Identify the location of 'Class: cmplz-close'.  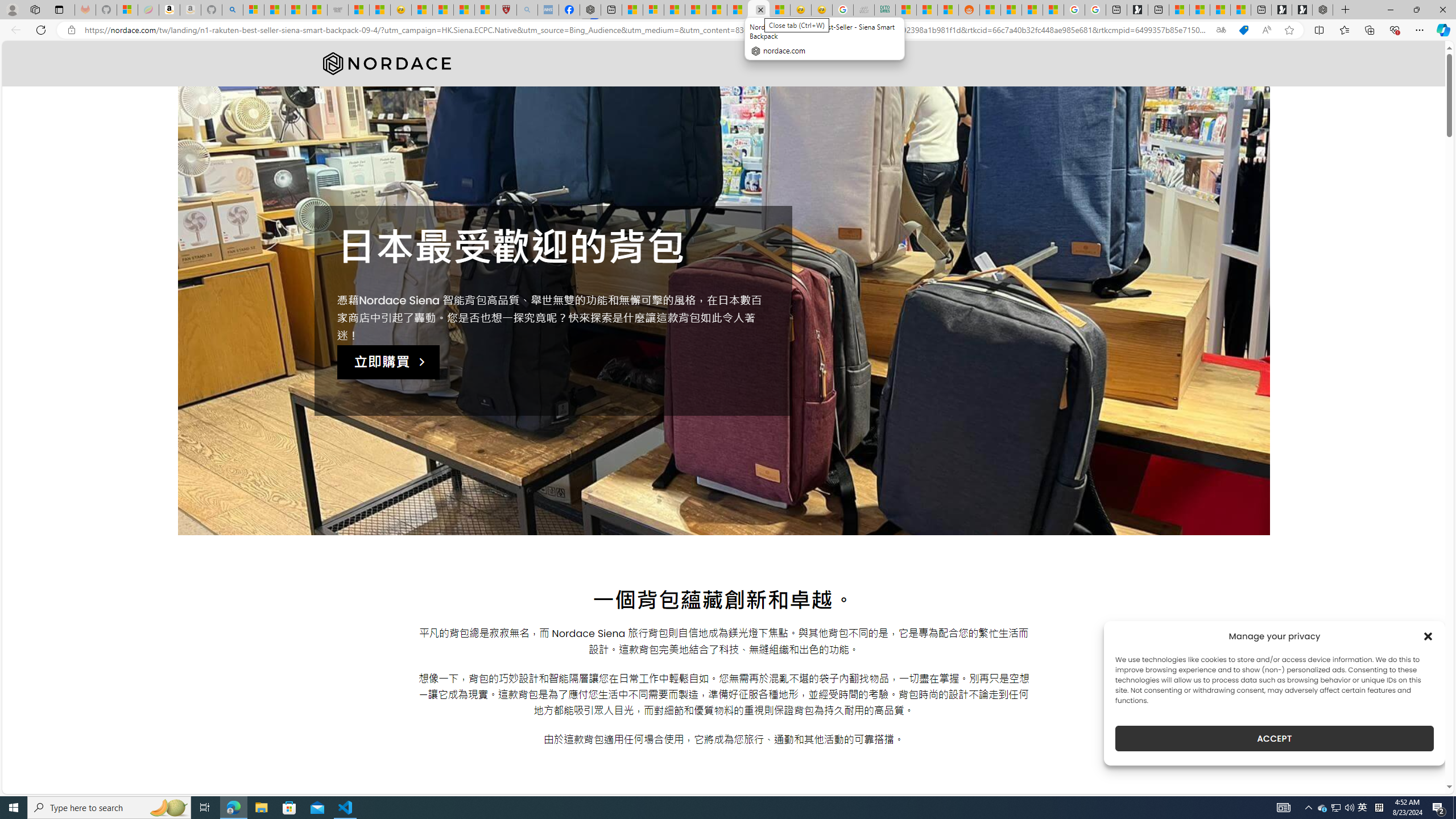
(1428, 636).